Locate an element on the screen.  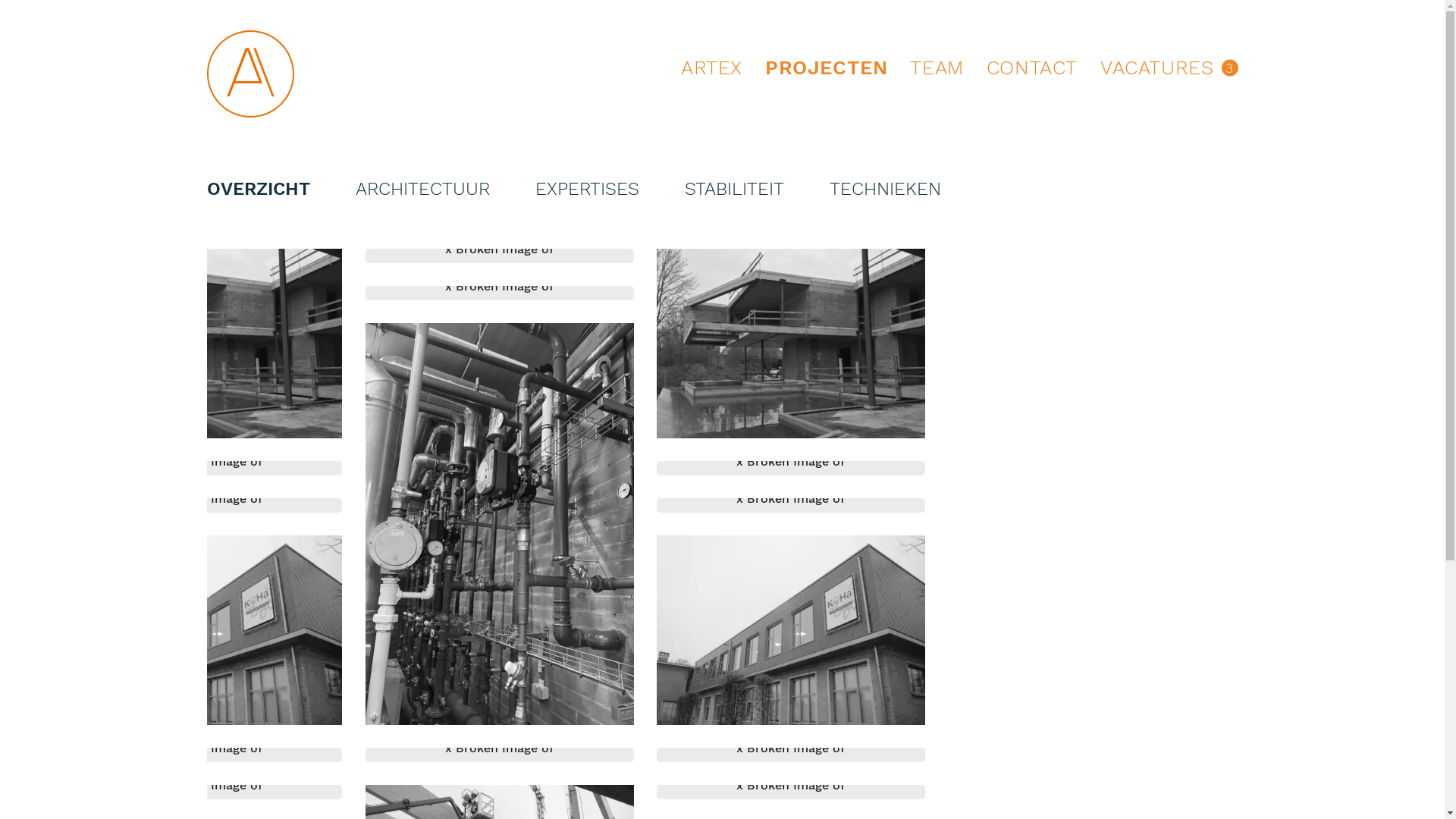
'VACATURES is located at coordinates (1168, 71).